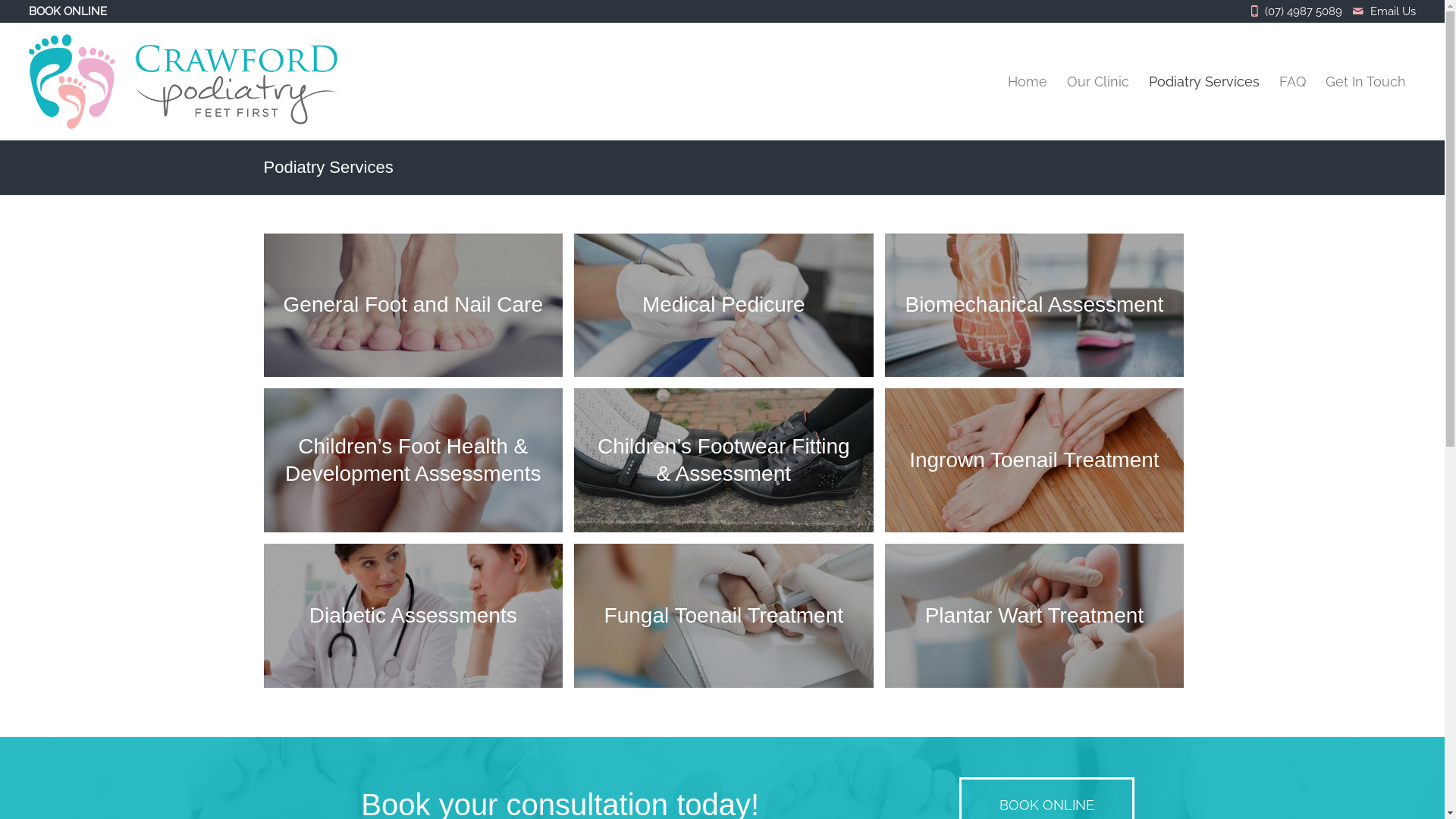 This screenshot has width=1456, height=819. Describe the element at coordinates (419, 310) in the screenshot. I see `'General Foot and Nail Care'` at that location.